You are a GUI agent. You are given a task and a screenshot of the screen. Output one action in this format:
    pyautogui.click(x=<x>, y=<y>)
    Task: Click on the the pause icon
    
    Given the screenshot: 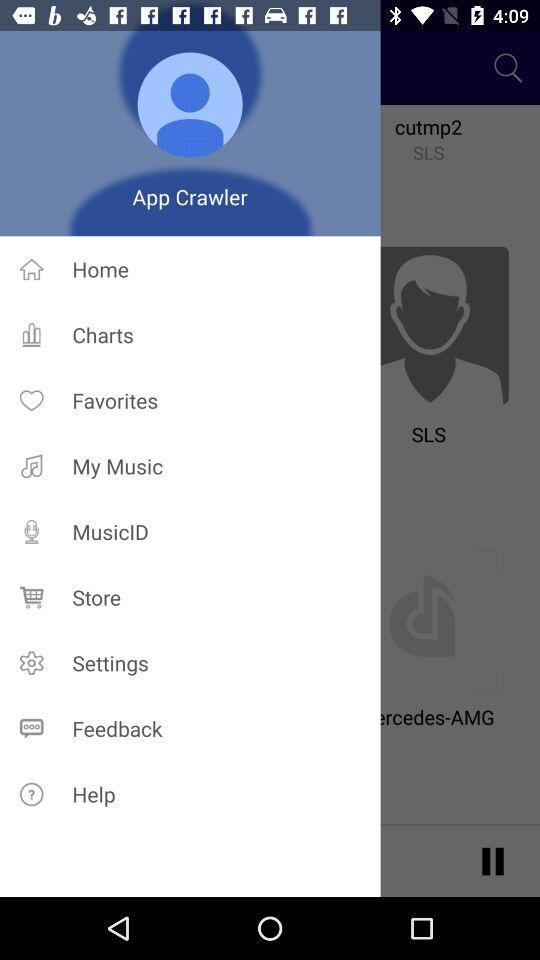 What is the action you would take?
    pyautogui.click(x=492, y=859)
    